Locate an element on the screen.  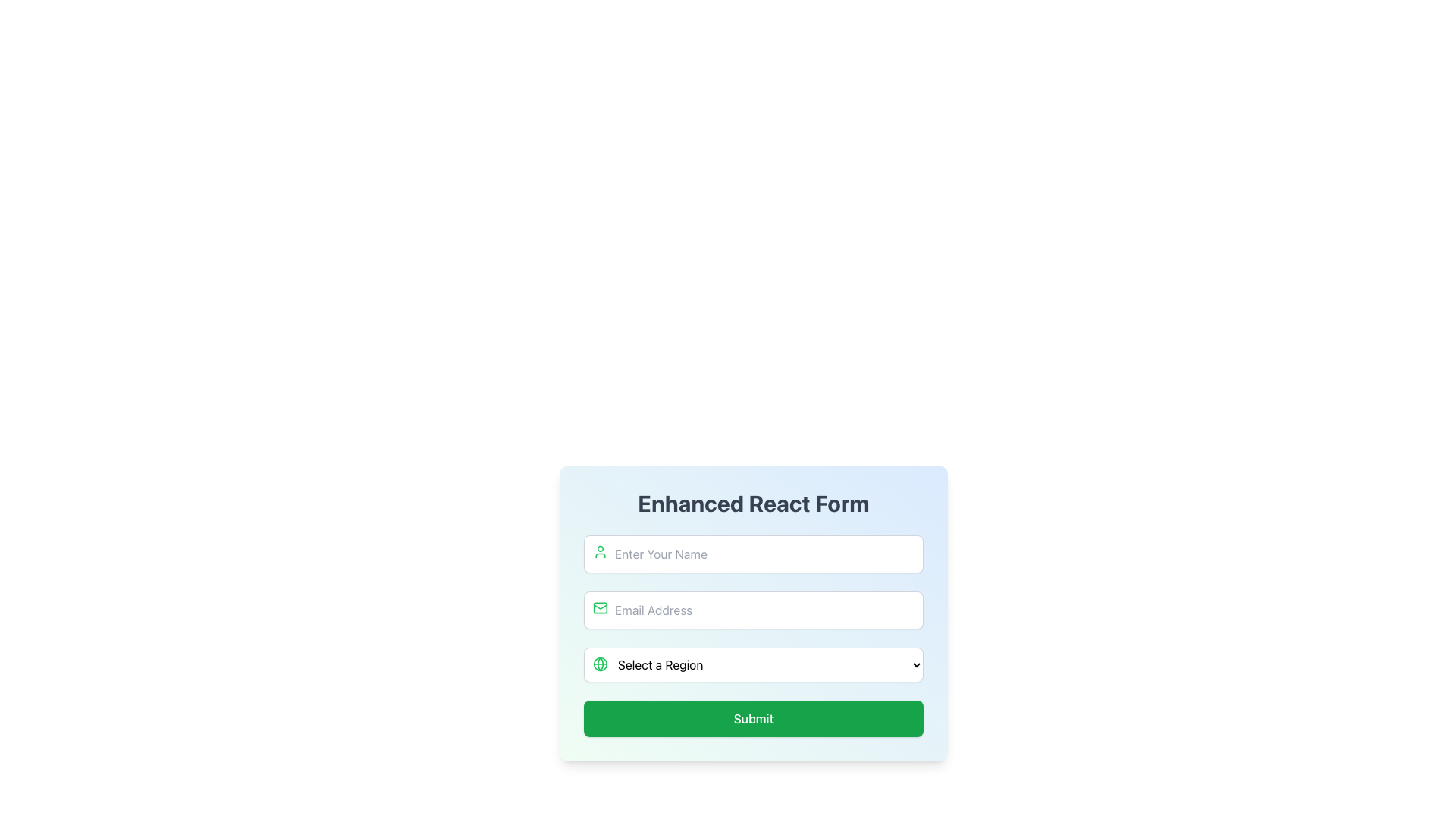
the user silhouette icon, which is a green circular representation located at the top left corner of the text input field labeled 'Enter Your Name' is located at coordinates (600, 552).